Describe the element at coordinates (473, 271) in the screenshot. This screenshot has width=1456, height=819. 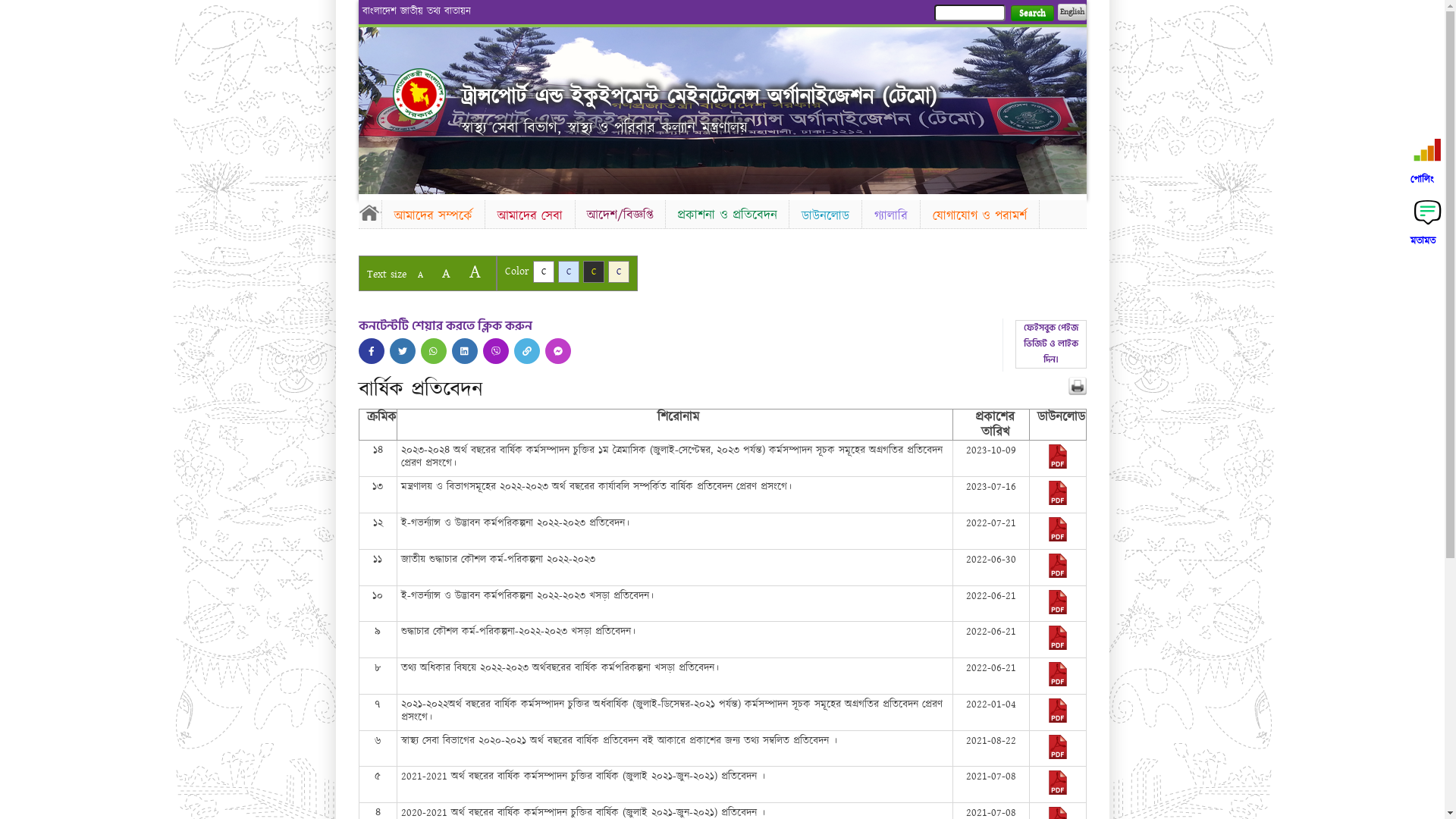
I see `'A'` at that location.